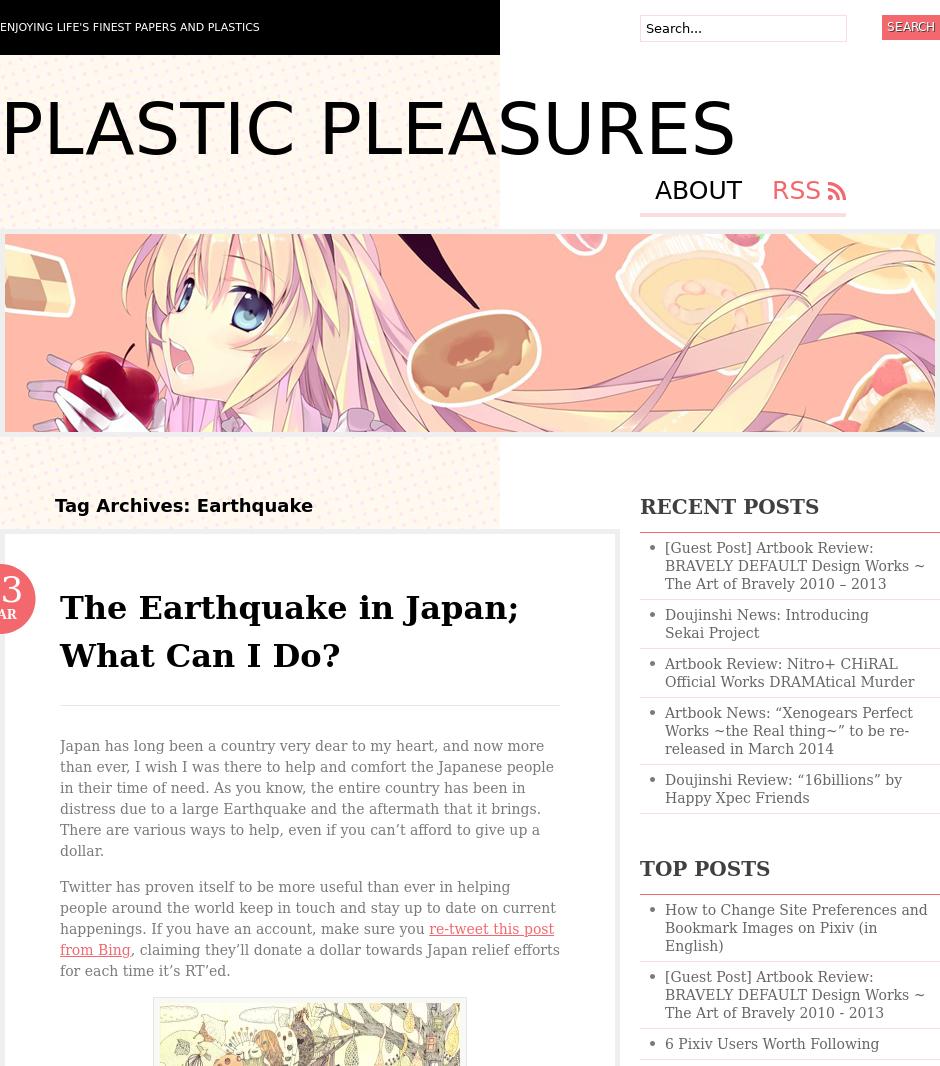 Image resolution: width=940 pixels, height=1066 pixels. Describe the element at coordinates (795, 927) in the screenshot. I see `'How to Change Site Preferences and Bookmark Images on Pixiv (in English)'` at that location.